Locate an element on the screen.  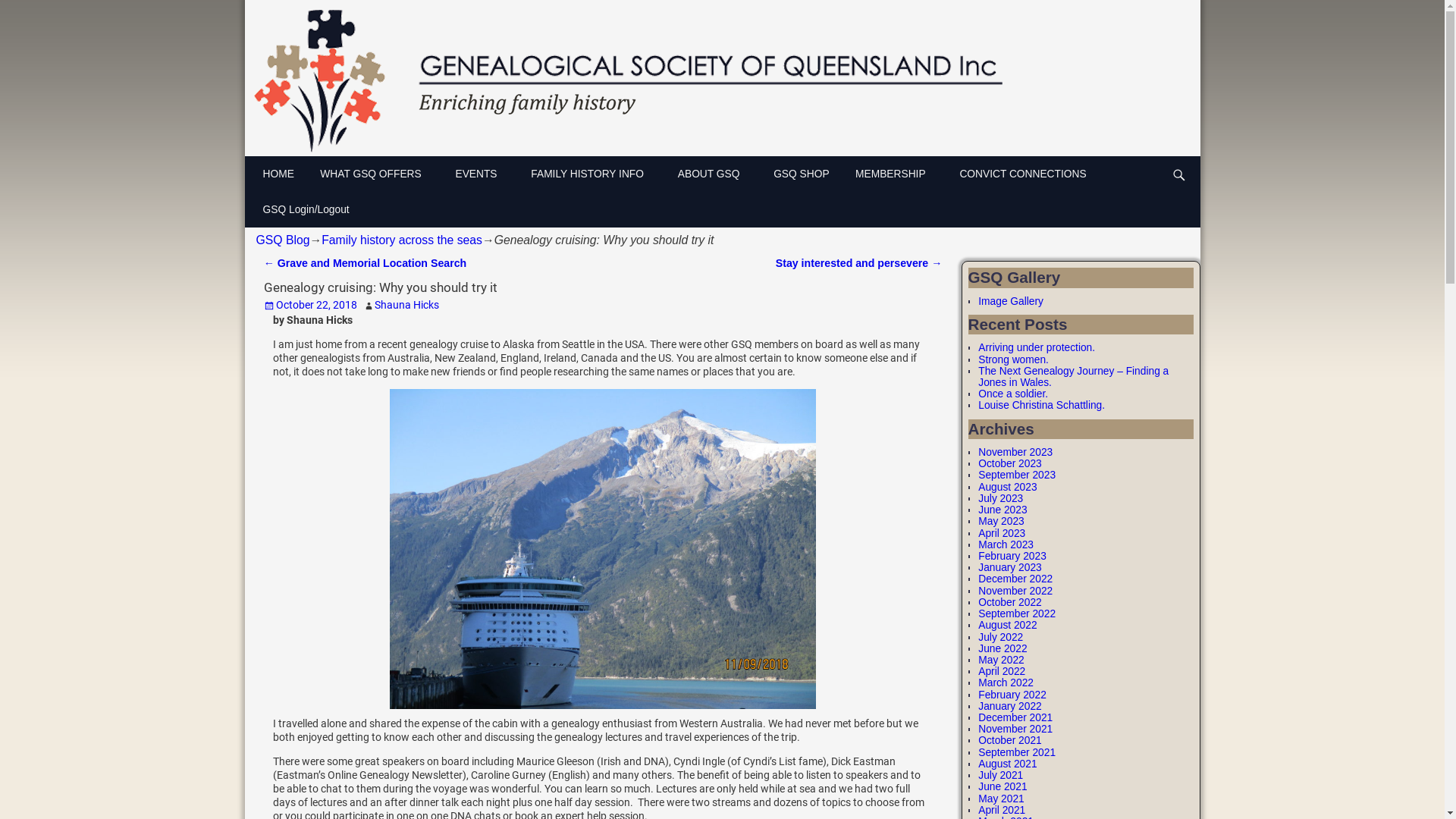
'November 2023' is located at coordinates (1015, 451).